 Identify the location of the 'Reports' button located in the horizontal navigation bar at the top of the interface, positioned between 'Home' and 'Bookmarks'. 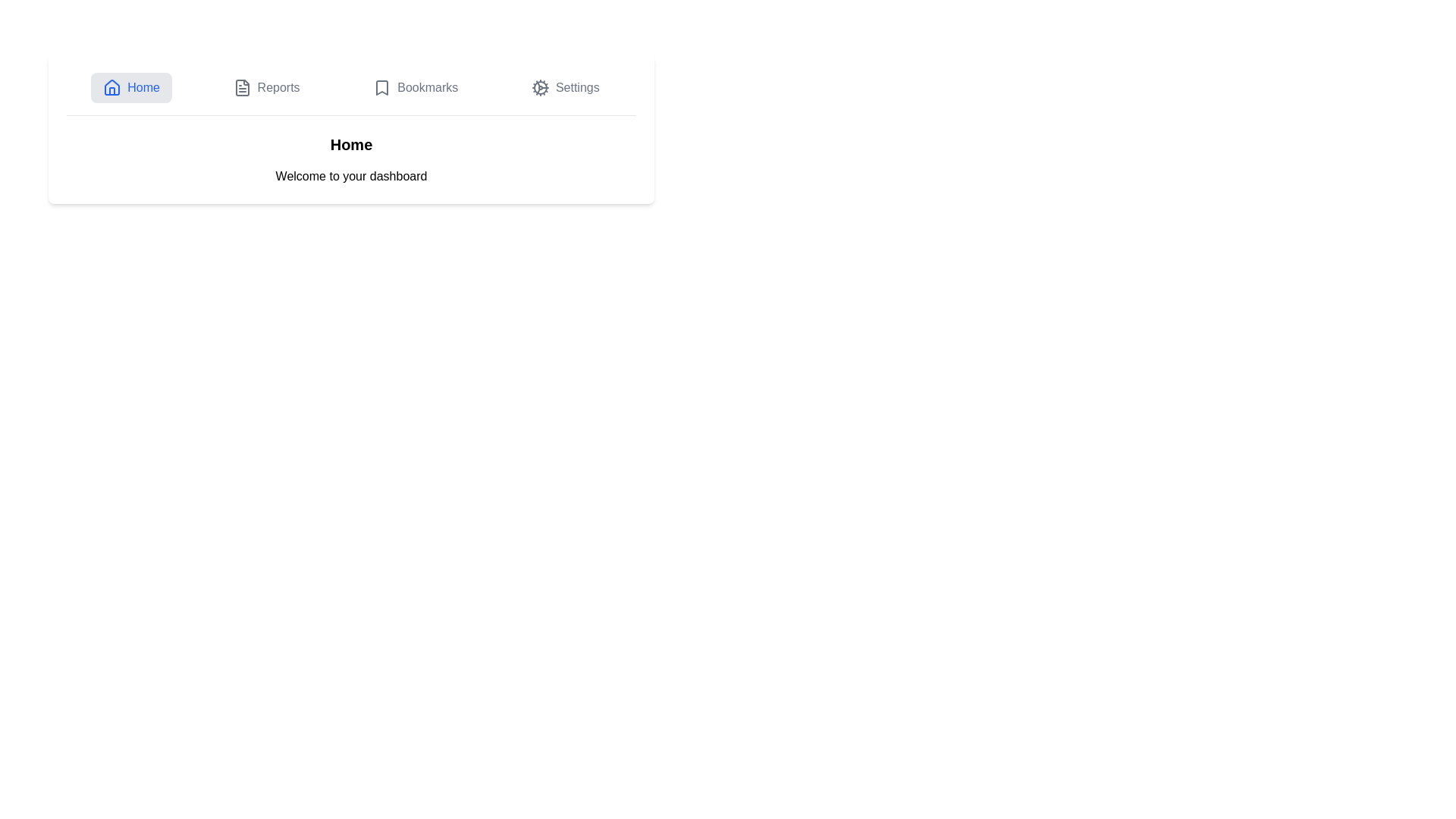
(266, 87).